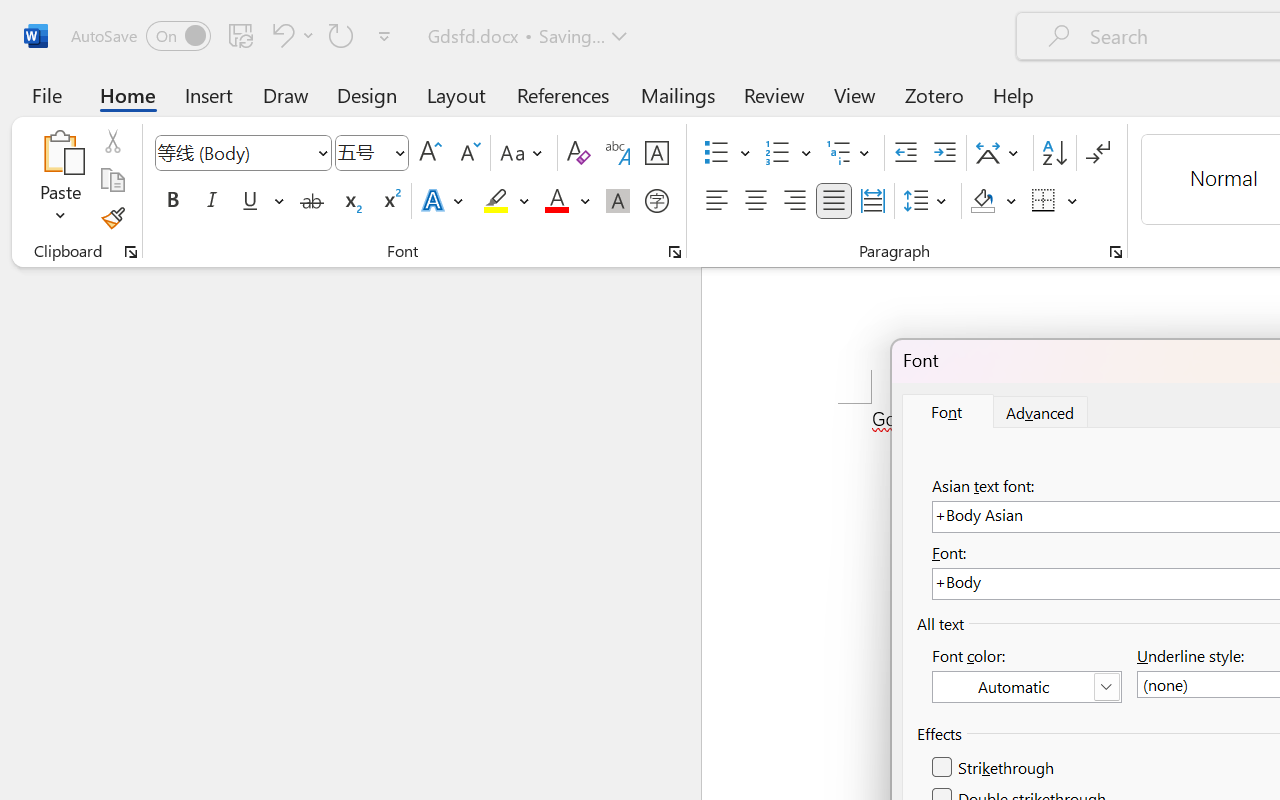 The image size is (1280, 800). I want to click on 'Text Highlight Color Yellow', so click(496, 201).